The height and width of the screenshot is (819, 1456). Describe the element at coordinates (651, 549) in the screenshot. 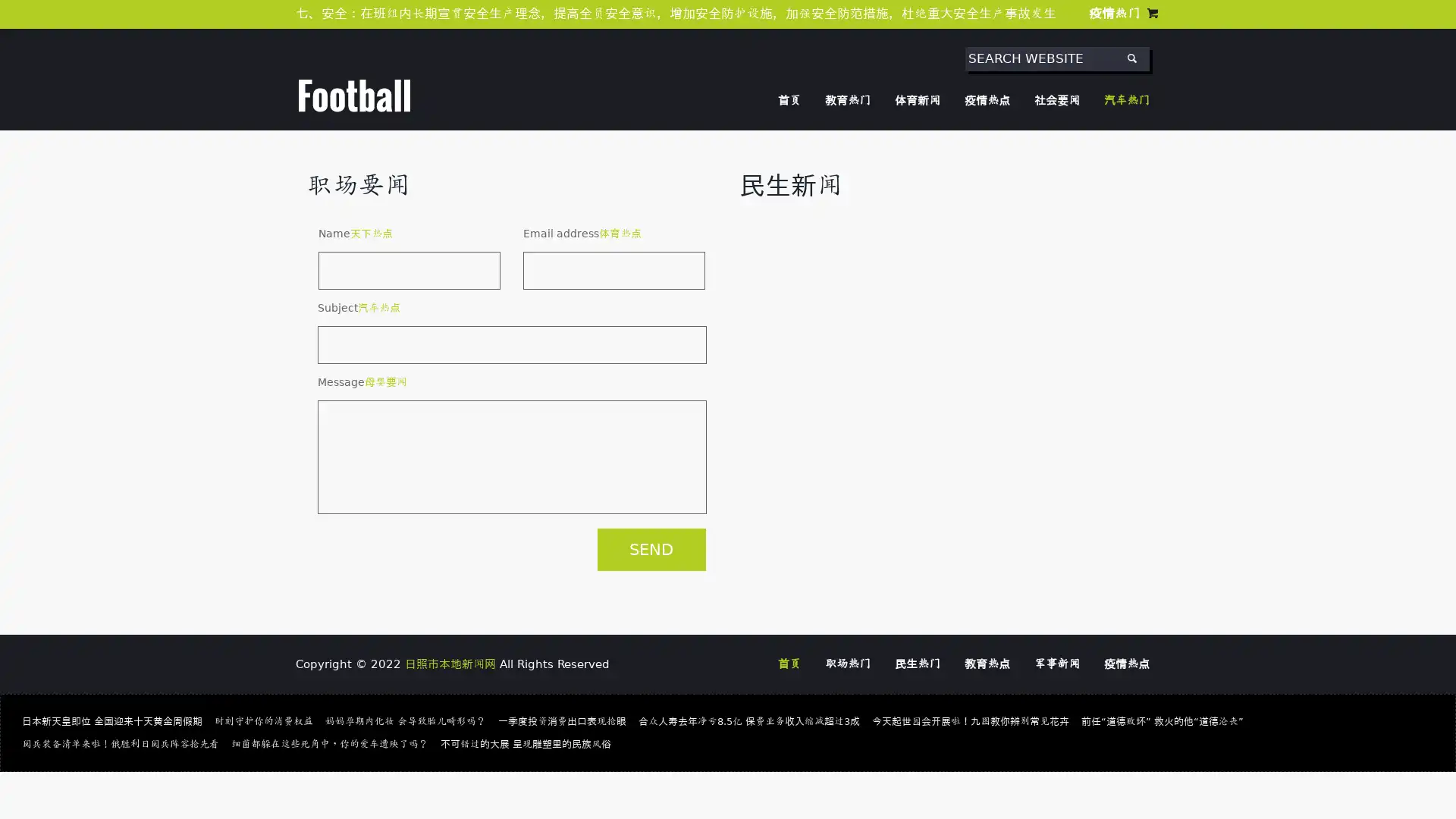

I see `SEND` at that location.